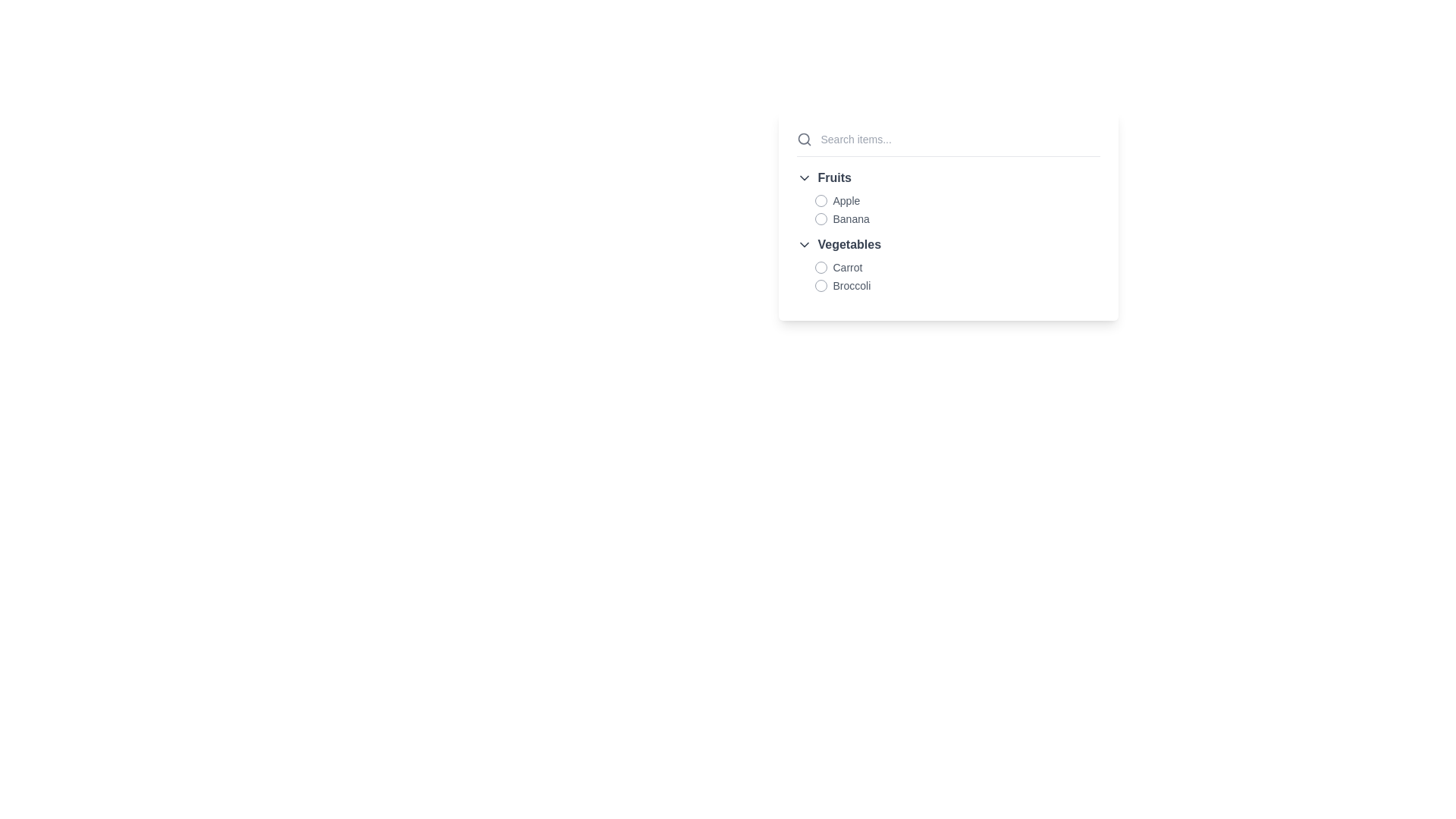 This screenshot has width=1456, height=819. What do you see at coordinates (947, 263) in the screenshot?
I see `the 'Vegetables' grouped list item` at bounding box center [947, 263].